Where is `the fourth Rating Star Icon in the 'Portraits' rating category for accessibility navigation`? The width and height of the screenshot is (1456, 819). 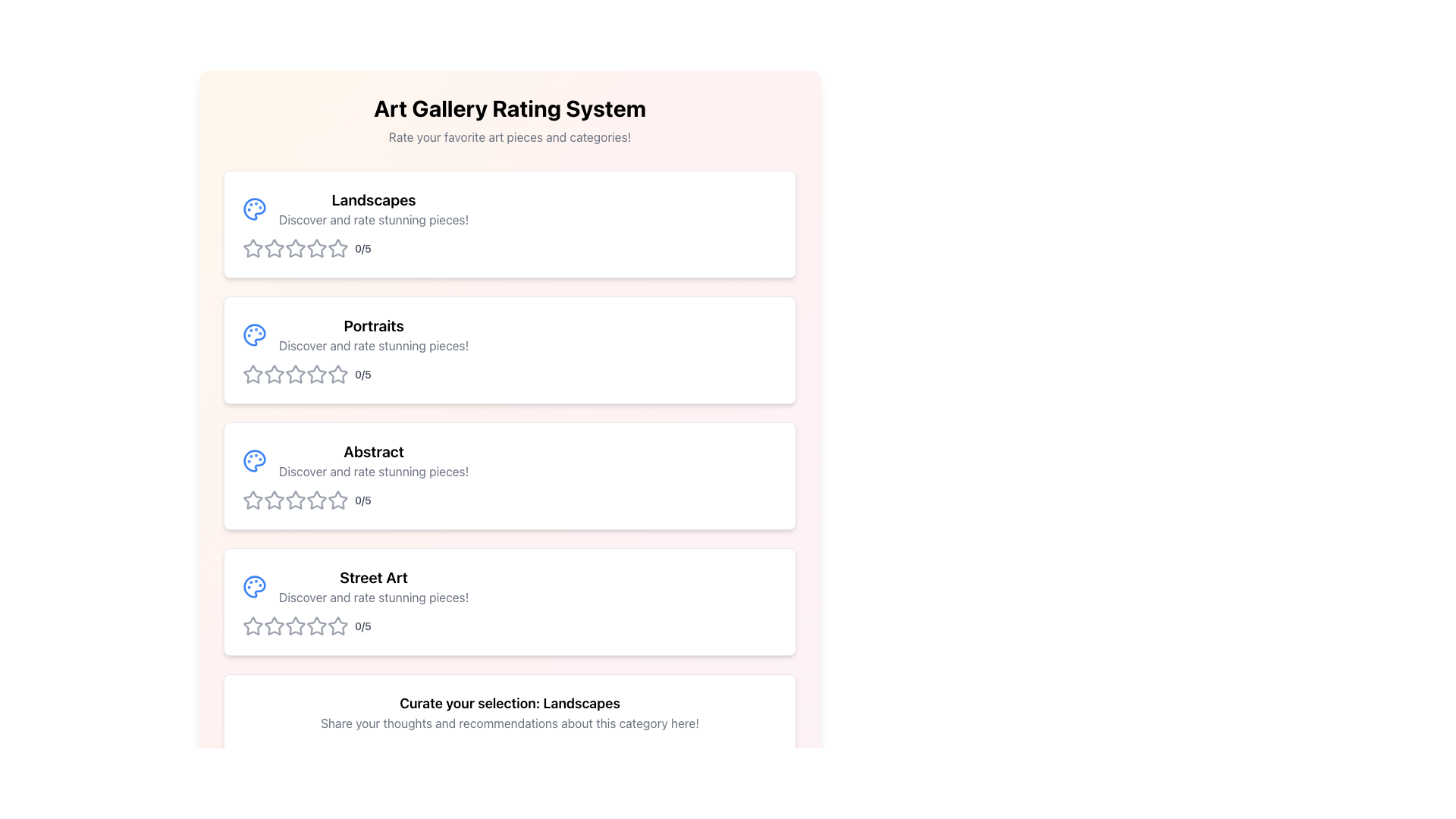
the fourth Rating Star Icon in the 'Portraits' rating category for accessibility navigation is located at coordinates (295, 374).